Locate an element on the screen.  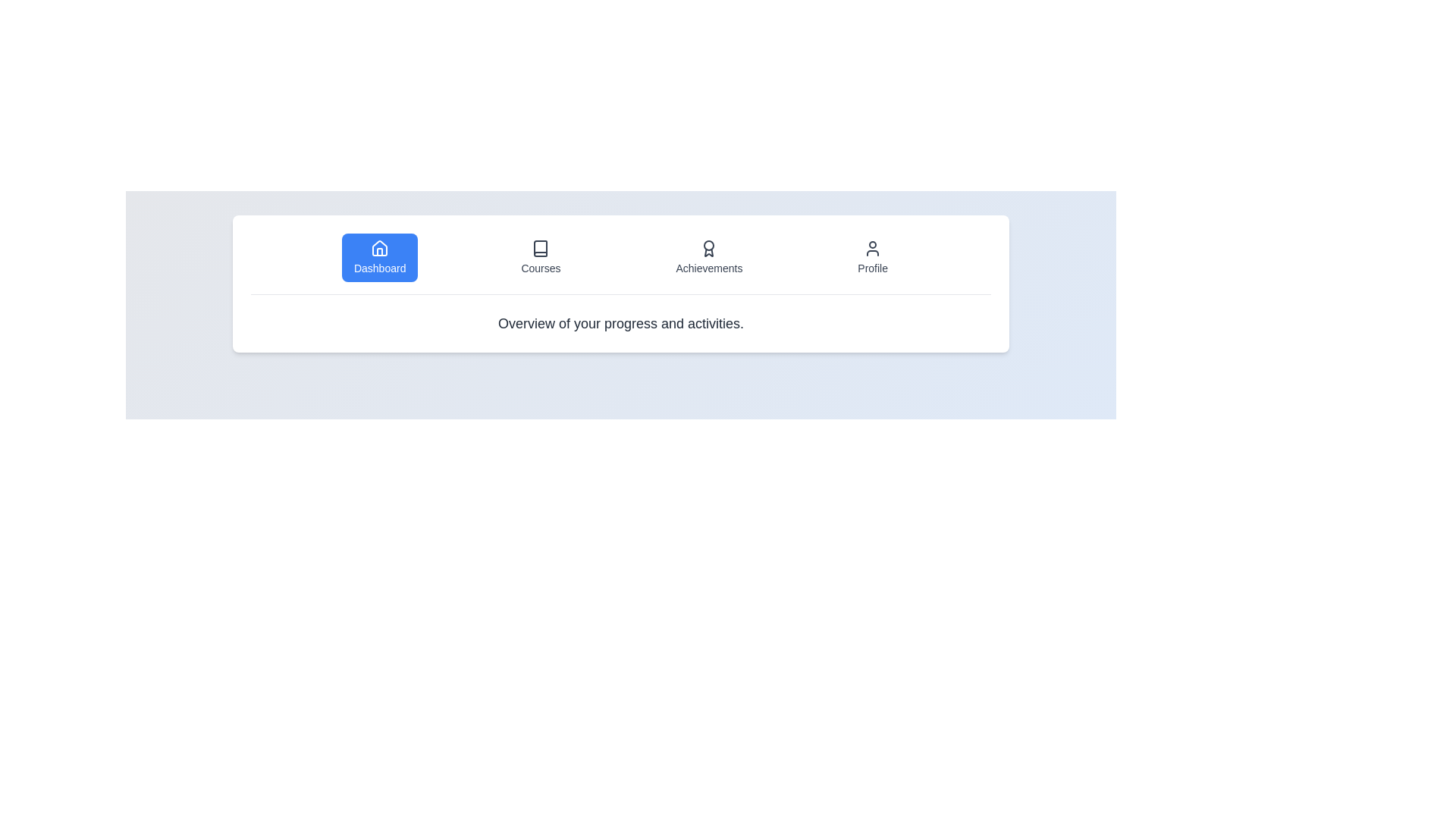
the navigational button for the 'Courses' section, which is the second item in a horizontal menu located between Dashboard and Achievements is located at coordinates (541, 256).